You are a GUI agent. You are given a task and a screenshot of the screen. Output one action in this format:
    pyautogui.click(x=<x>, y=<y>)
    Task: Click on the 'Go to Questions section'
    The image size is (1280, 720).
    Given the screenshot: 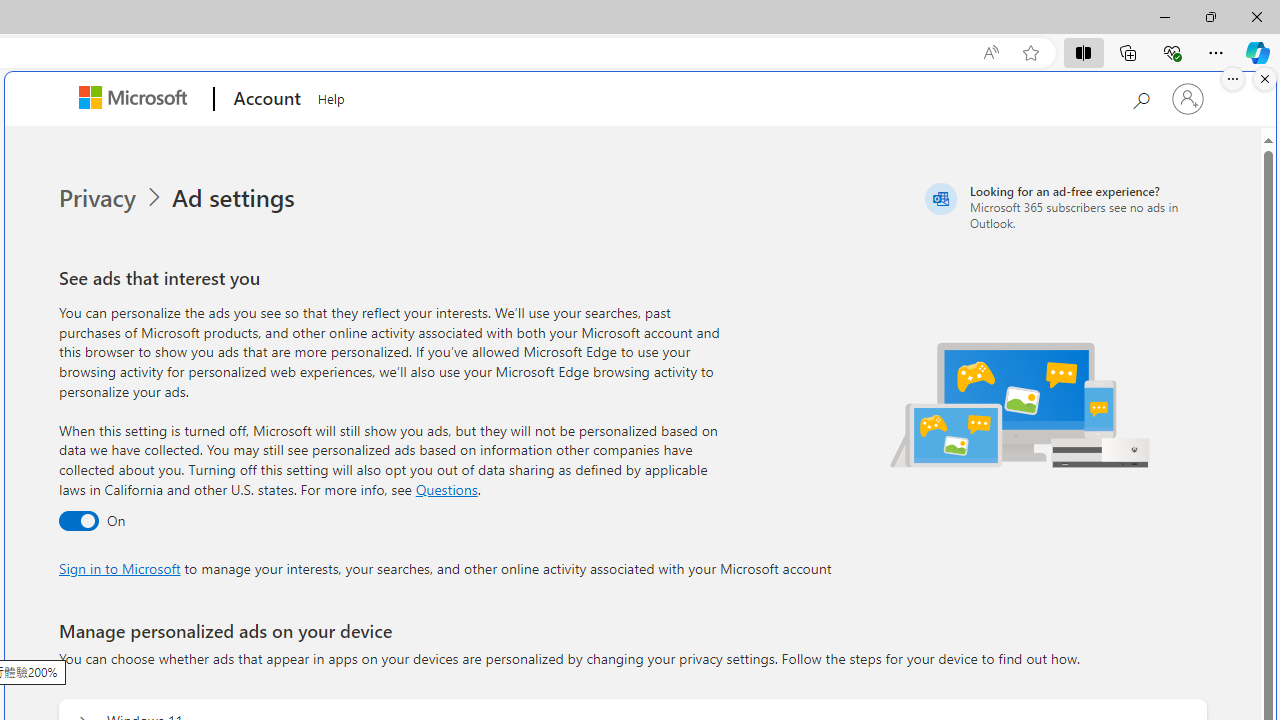 What is the action you would take?
    pyautogui.click(x=445, y=488)
    